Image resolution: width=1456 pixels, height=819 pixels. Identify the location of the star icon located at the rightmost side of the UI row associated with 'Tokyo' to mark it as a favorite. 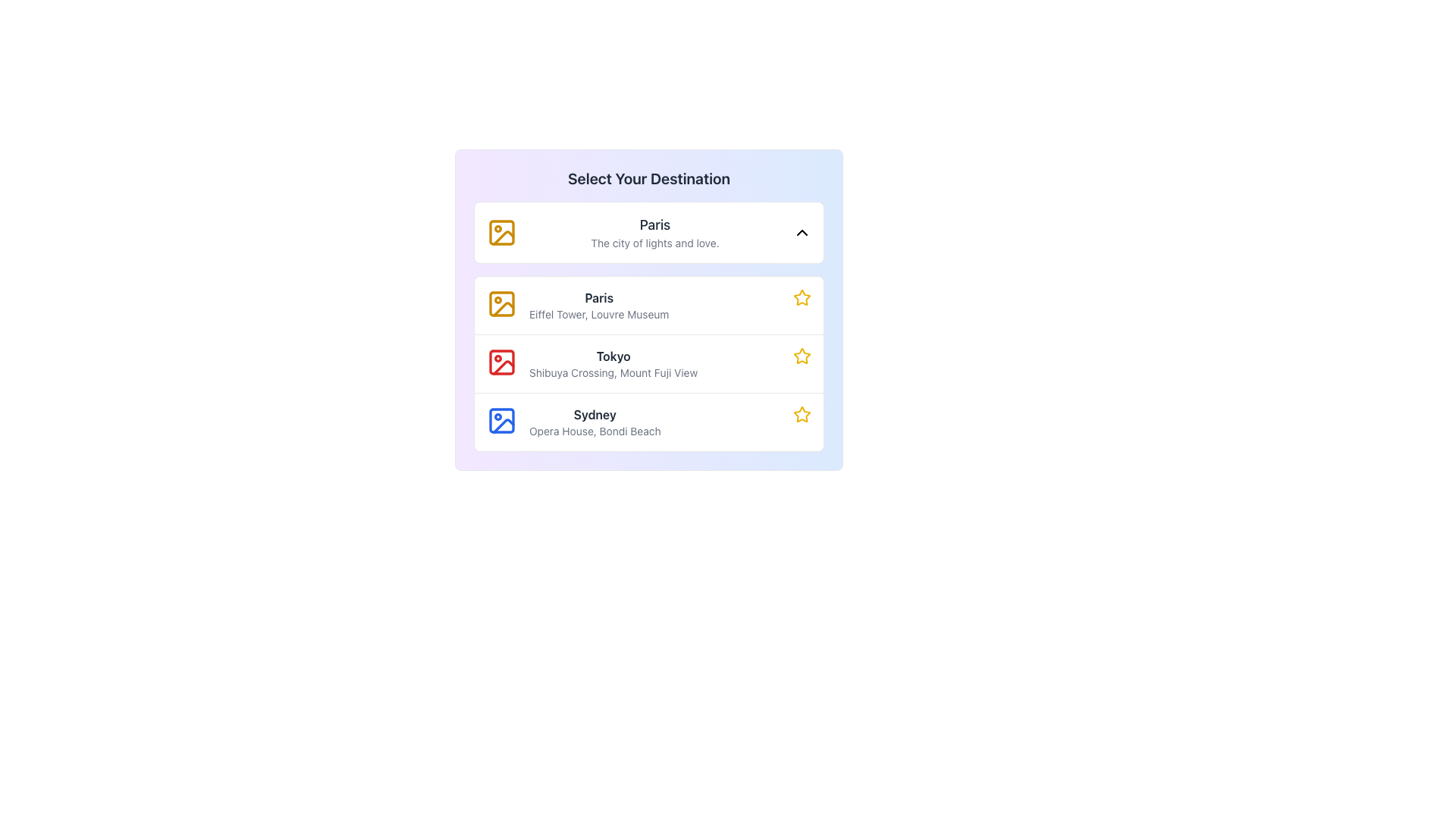
(801, 356).